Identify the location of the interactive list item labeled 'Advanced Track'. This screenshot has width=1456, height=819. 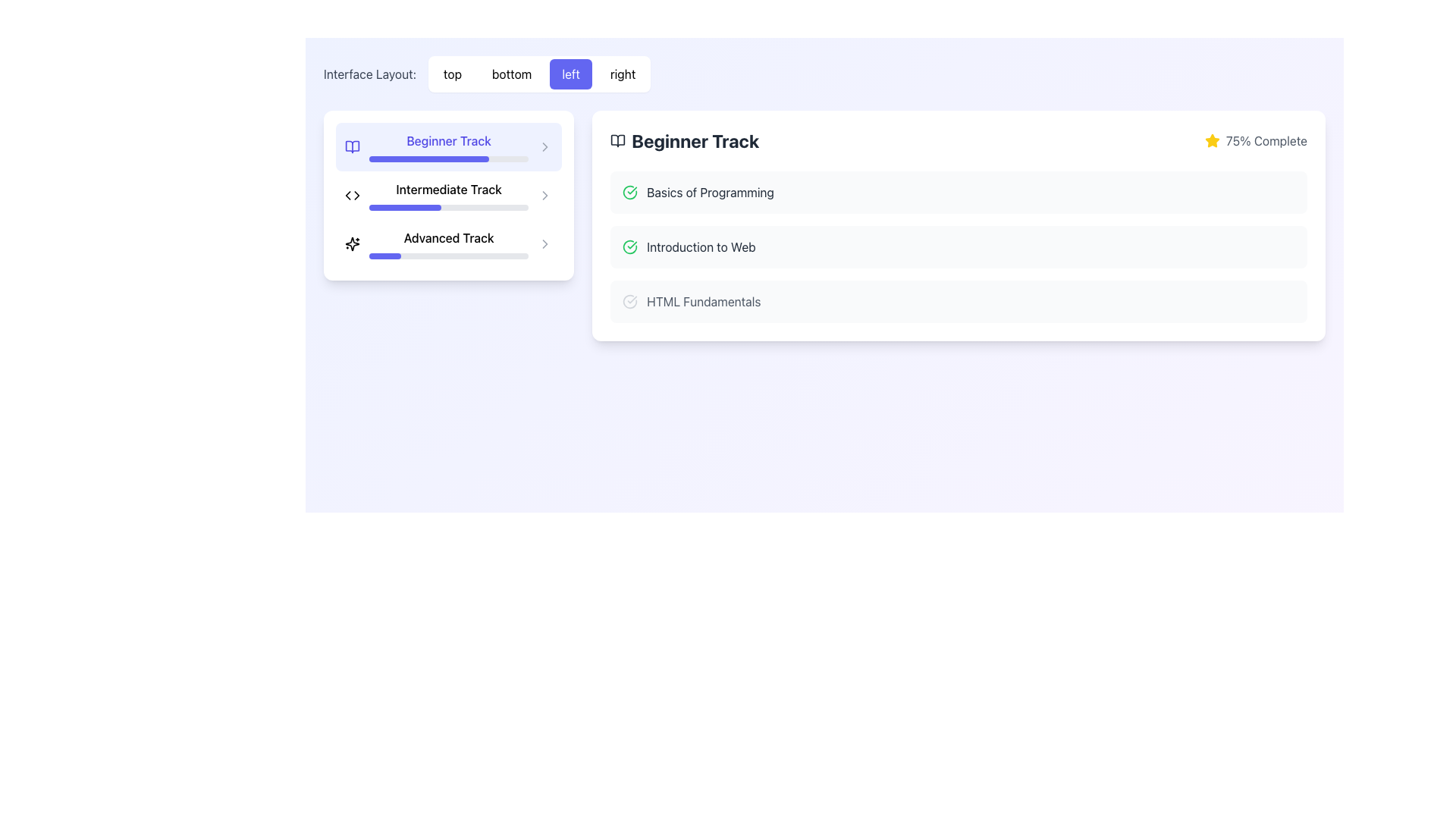
(448, 243).